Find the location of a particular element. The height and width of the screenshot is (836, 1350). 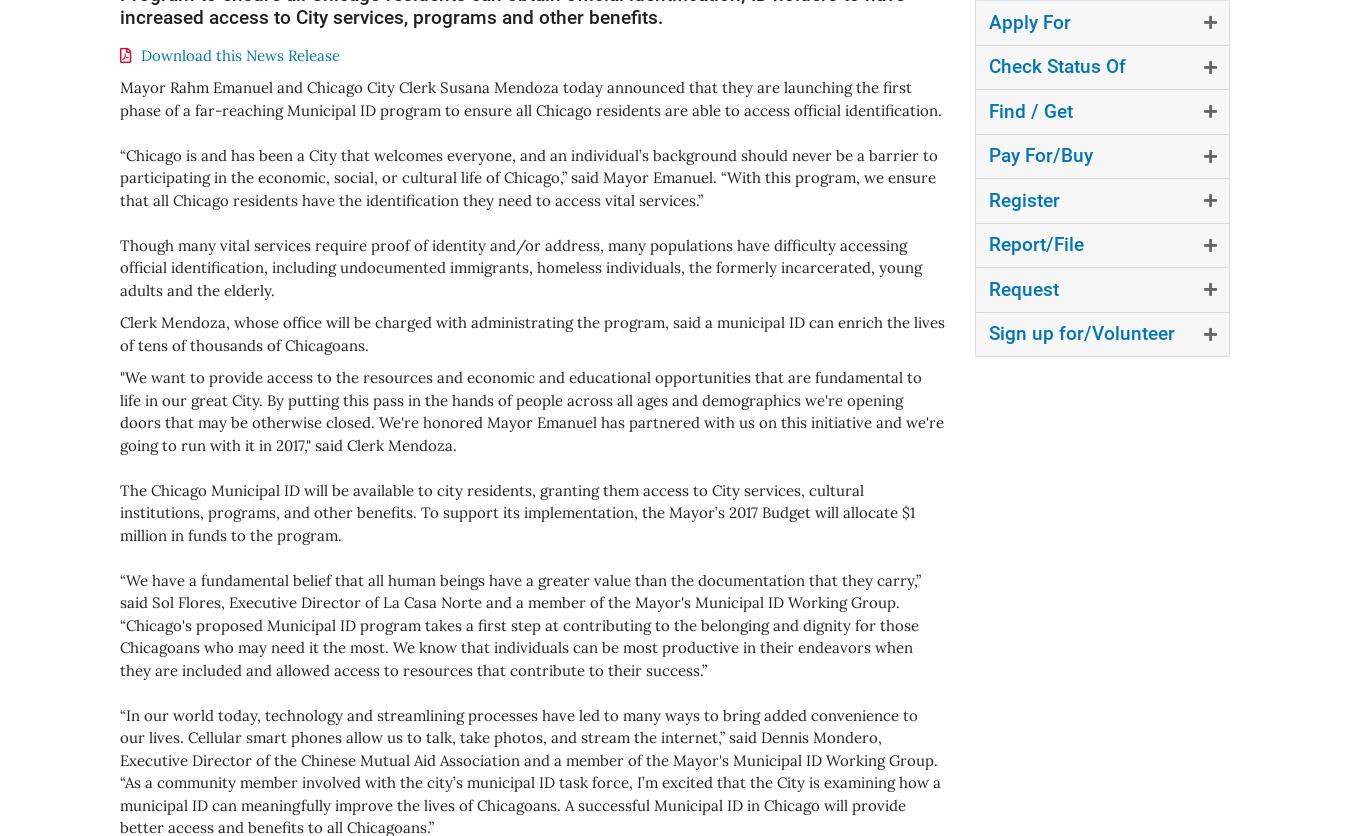

'Though many vital services require proof of identity and/or address, many populations have difficulty accessing official identification, including undocumented immigrants, homeless individuals, the formerly incarcerated, young adults and the elderly.' is located at coordinates (120, 267).